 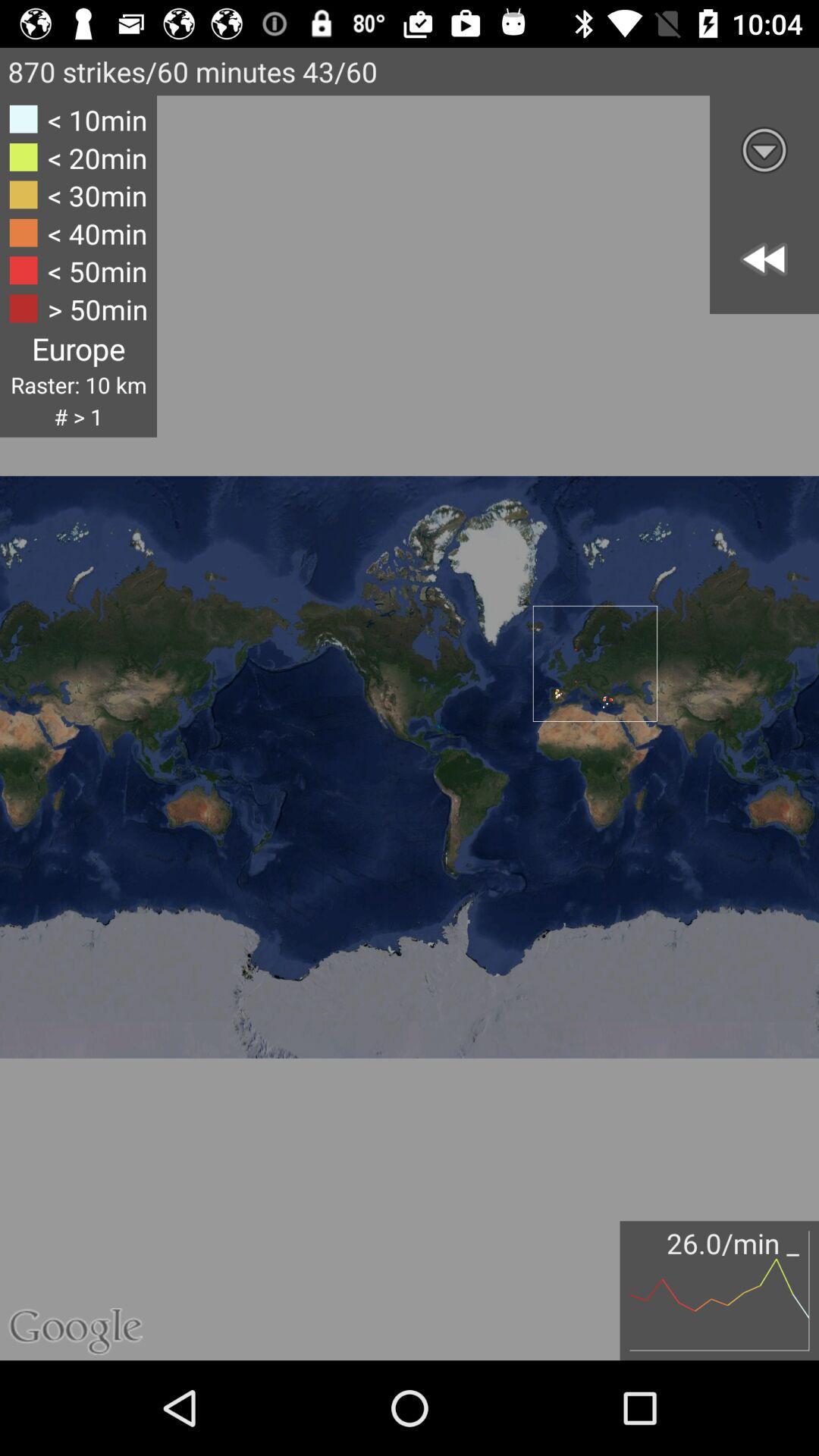 I want to click on item at the bottom right corner, so click(x=718, y=1290).